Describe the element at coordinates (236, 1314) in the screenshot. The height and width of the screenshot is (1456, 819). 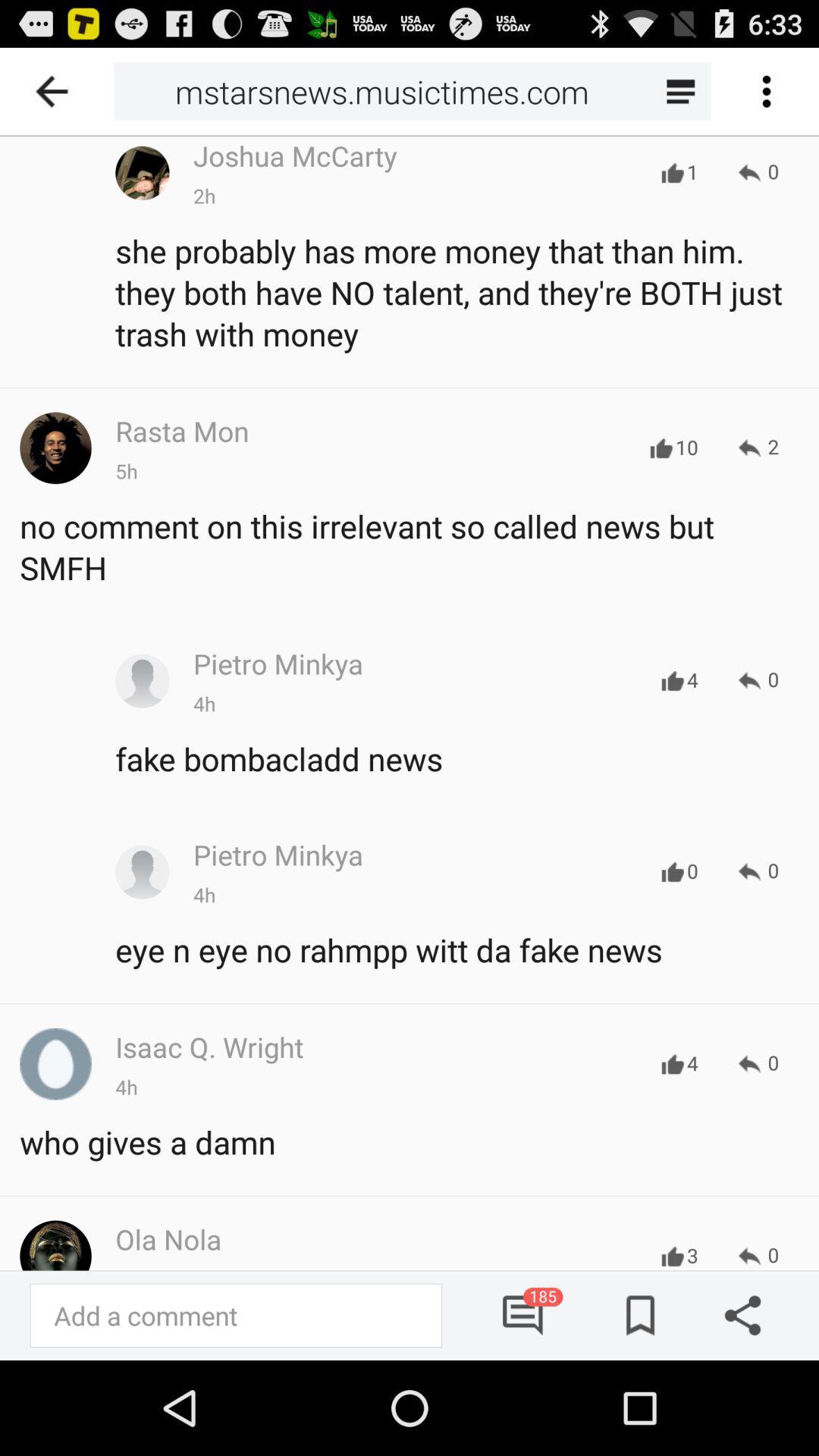
I see `add a comment` at that location.